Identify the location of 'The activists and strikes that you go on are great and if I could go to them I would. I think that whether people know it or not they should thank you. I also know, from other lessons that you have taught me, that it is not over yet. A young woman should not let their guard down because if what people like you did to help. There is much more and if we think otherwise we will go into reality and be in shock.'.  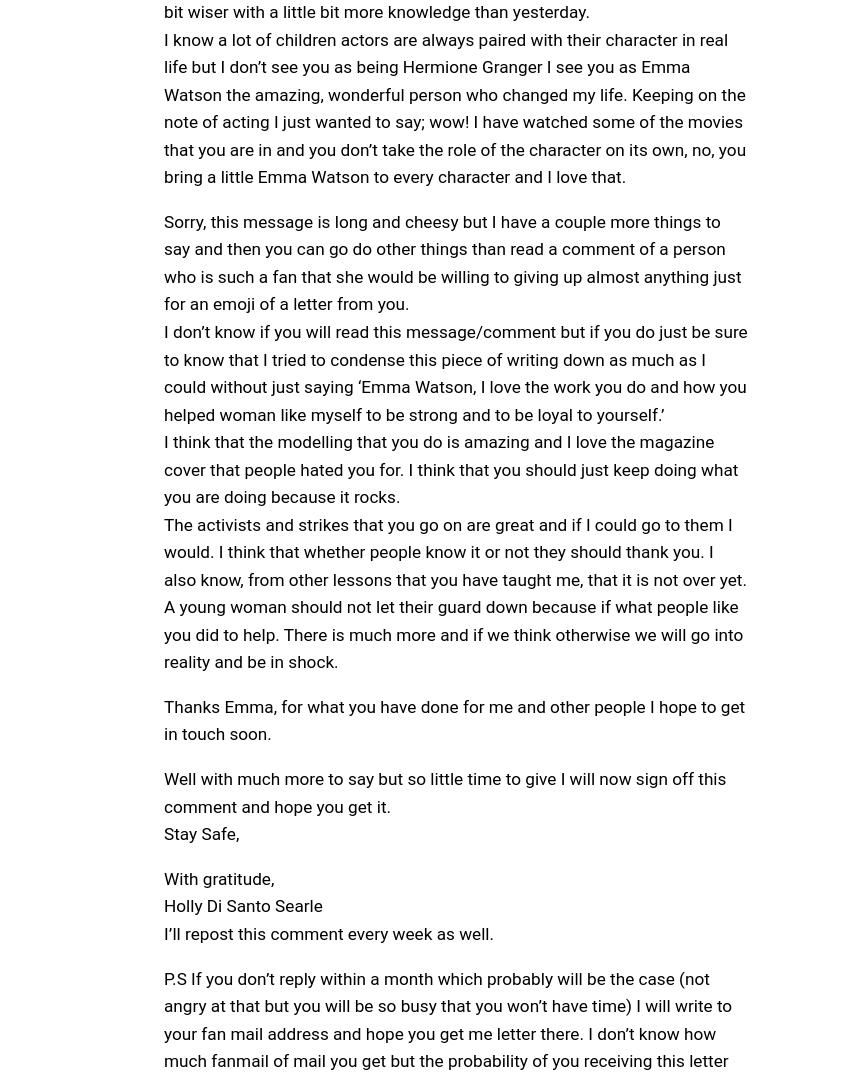
(454, 592).